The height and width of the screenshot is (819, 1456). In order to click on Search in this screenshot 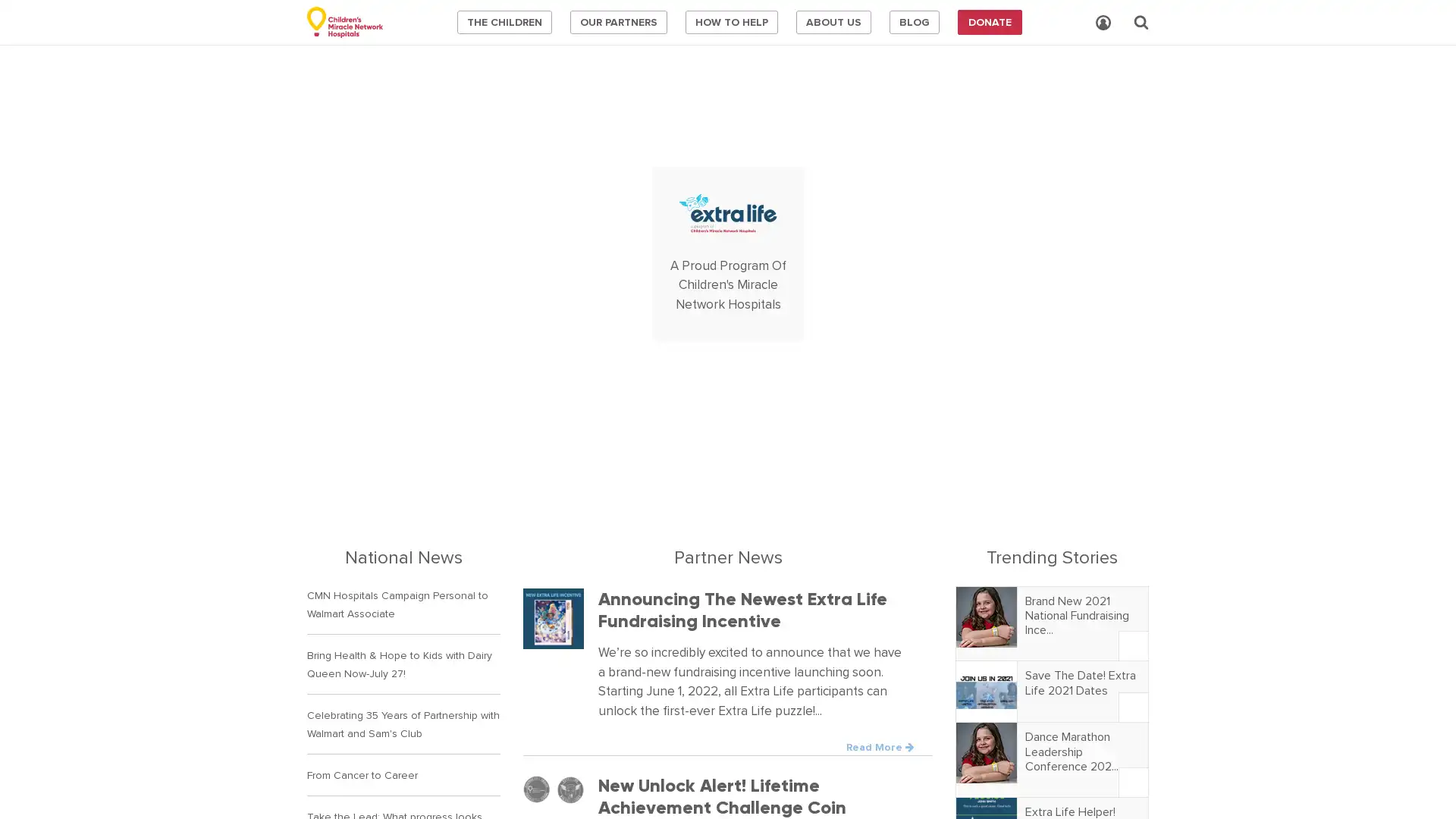, I will do `click(1141, 22)`.